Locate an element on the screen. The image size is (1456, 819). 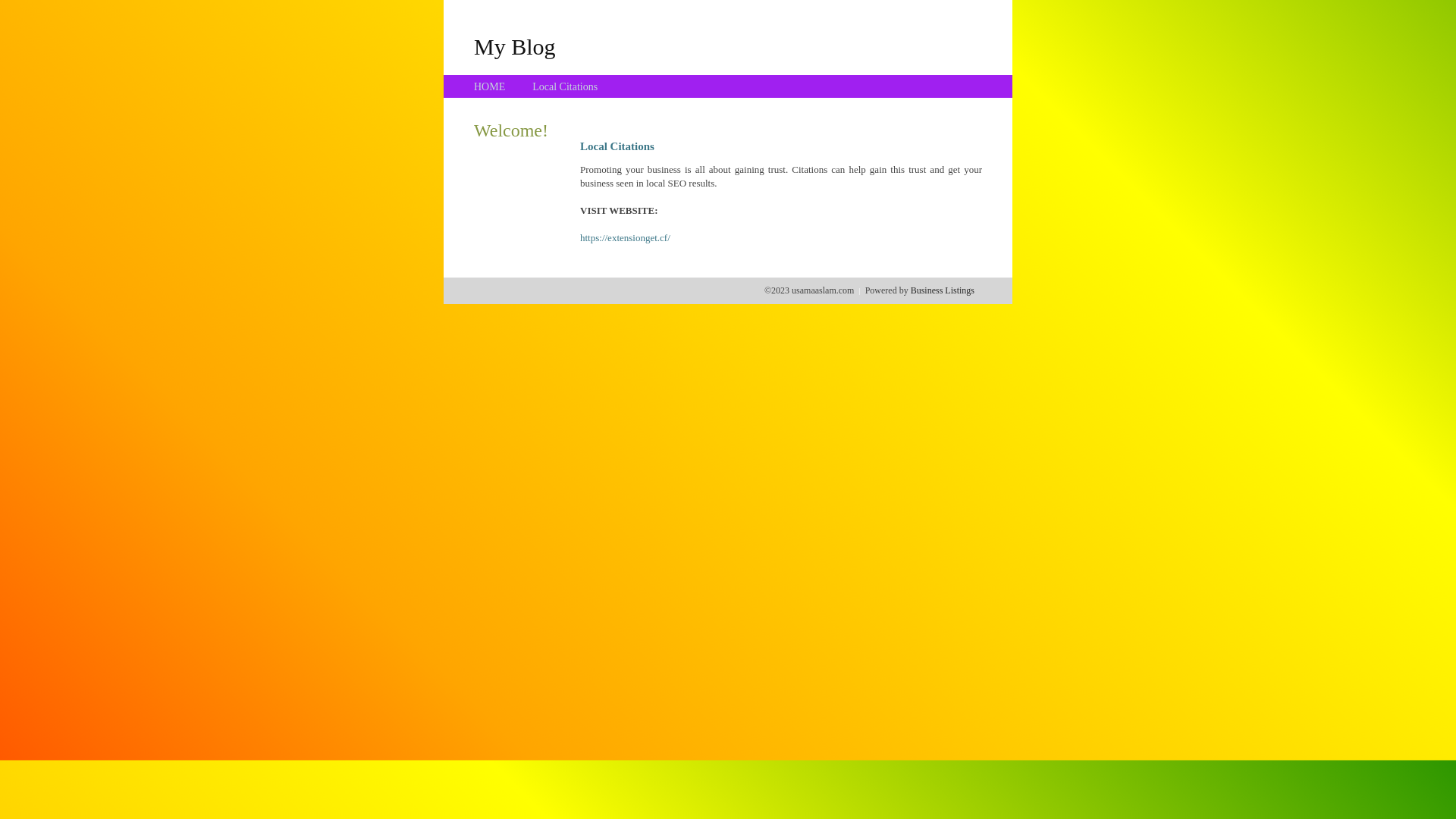
'Local Citations' is located at coordinates (563, 86).